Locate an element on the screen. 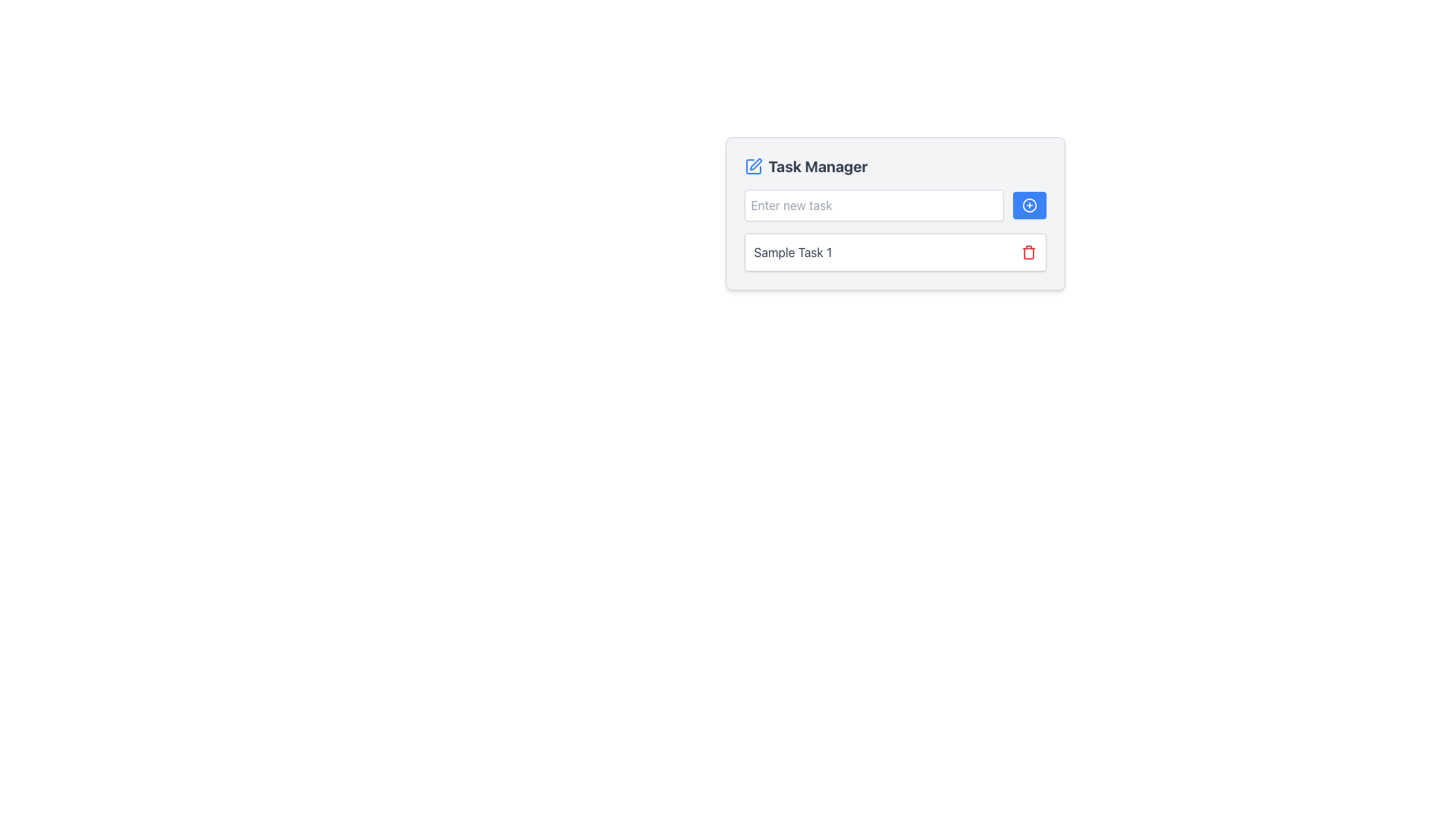 The height and width of the screenshot is (819, 1456). the button located to the right of the 'Enter new task' input field is located at coordinates (1029, 205).